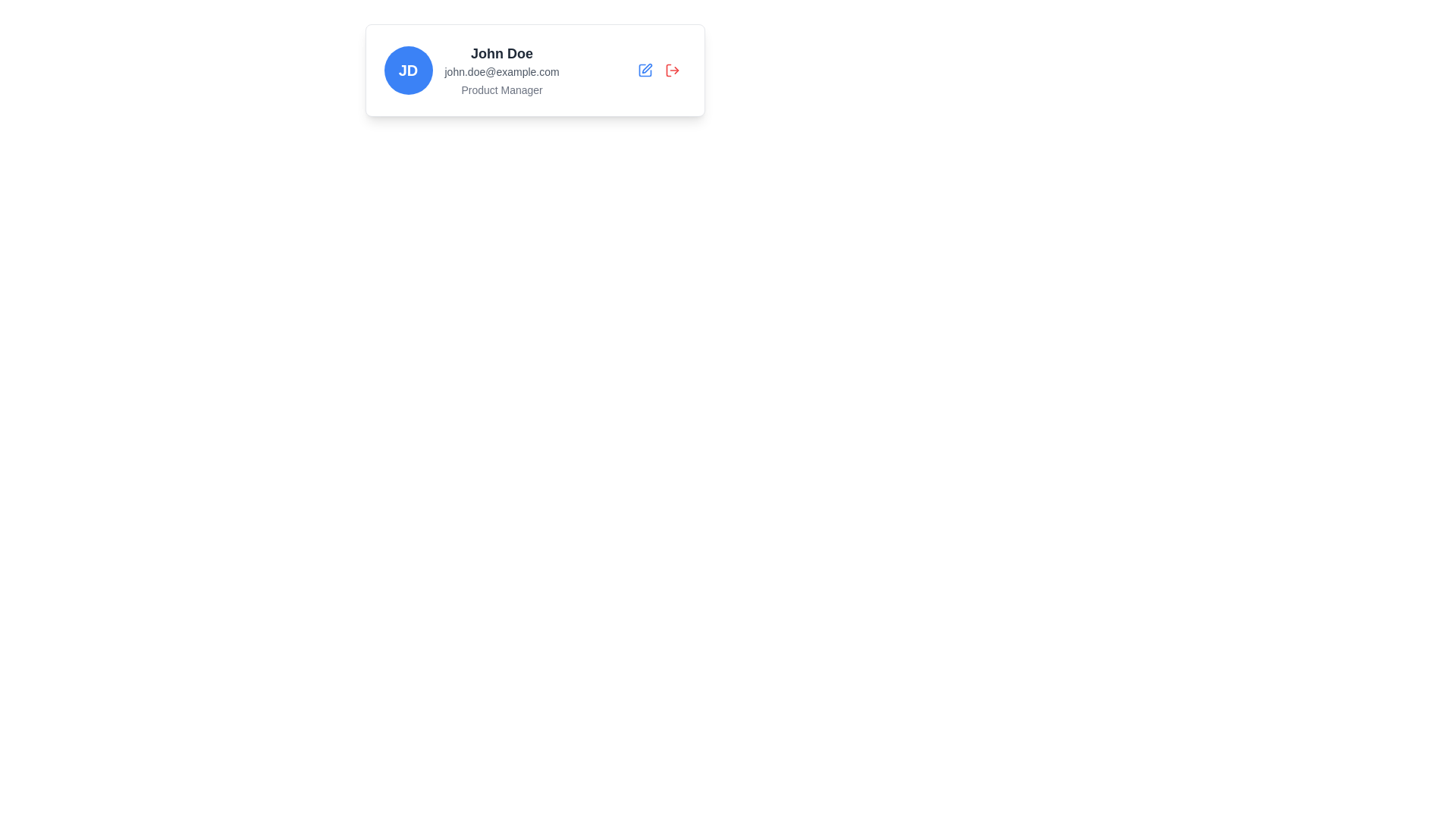  Describe the element at coordinates (671, 70) in the screenshot. I see `the logout button located in the top-right corner of the profile card, which is the second interactive item next to the 'Edit Profile' button, to initiate logout` at that location.